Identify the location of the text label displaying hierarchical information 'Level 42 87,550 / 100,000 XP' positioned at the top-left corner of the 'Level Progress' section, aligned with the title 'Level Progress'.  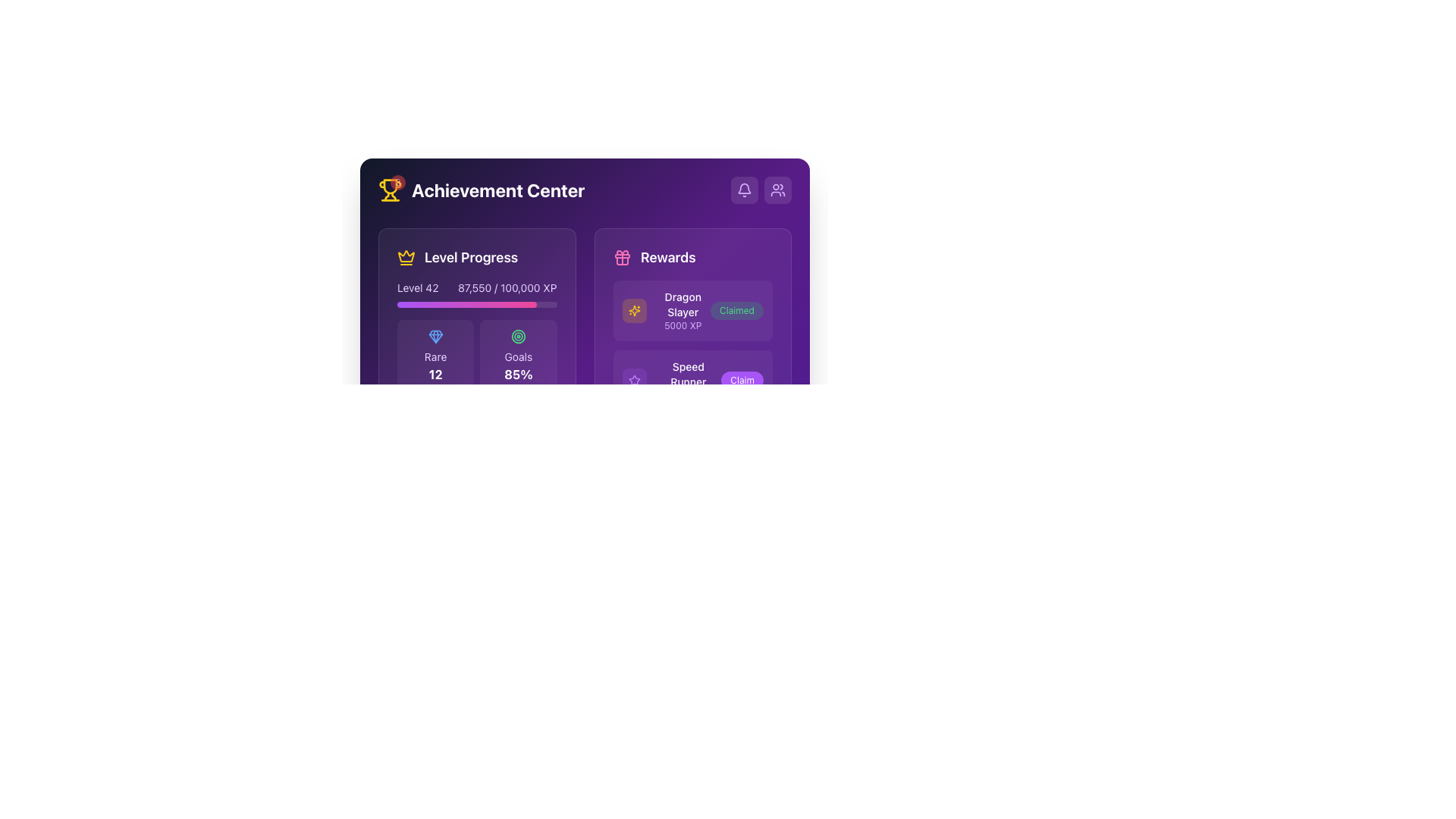
(476, 288).